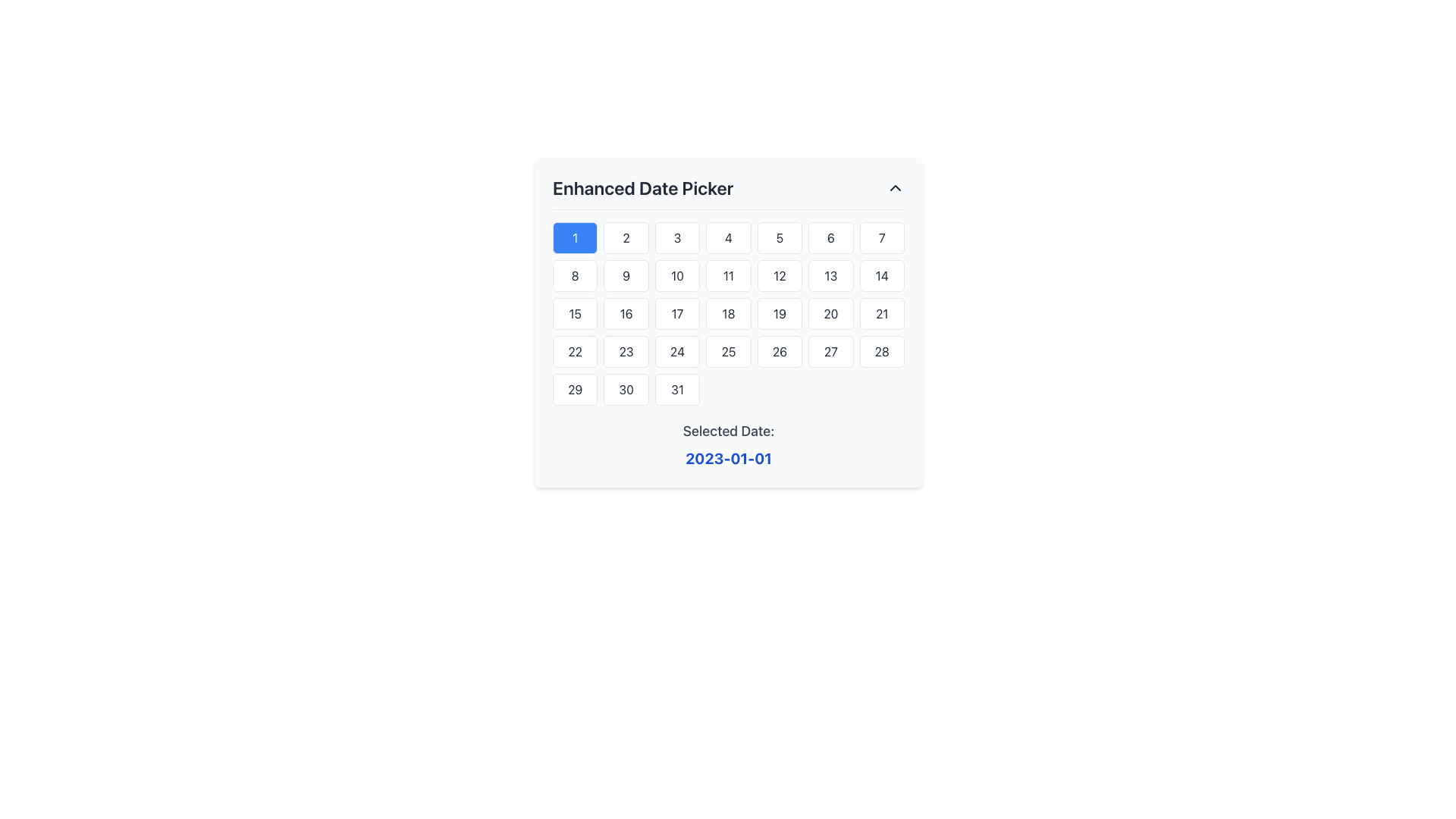 The height and width of the screenshot is (819, 1456). I want to click on the date button in the calendar widget, so click(780, 312).